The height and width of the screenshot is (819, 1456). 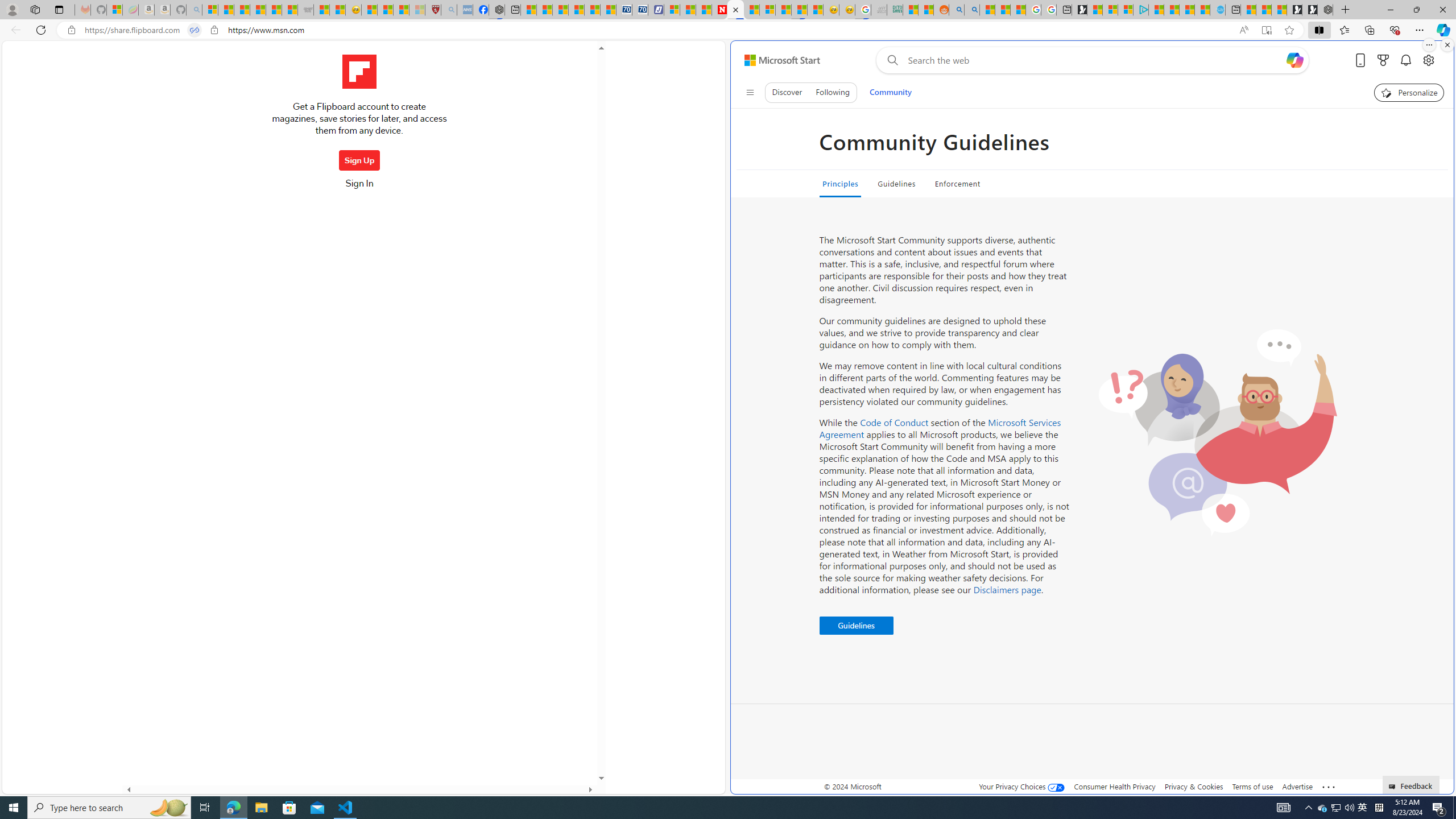 I want to click on 'Guidelines ', so click(x=855, y=625).